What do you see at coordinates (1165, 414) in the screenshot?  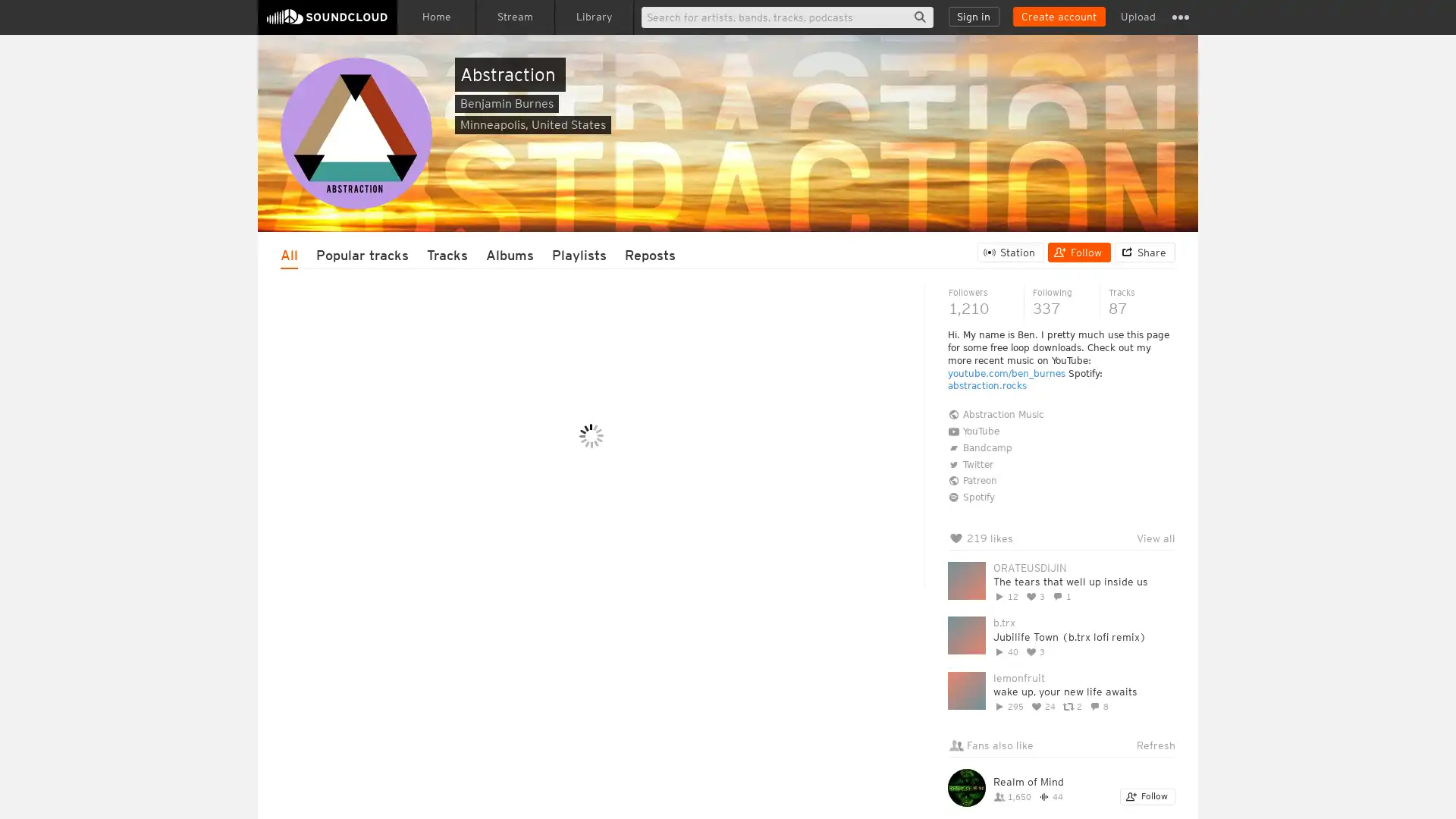 I see `Hide queue` at bounding box center [1165, 414].